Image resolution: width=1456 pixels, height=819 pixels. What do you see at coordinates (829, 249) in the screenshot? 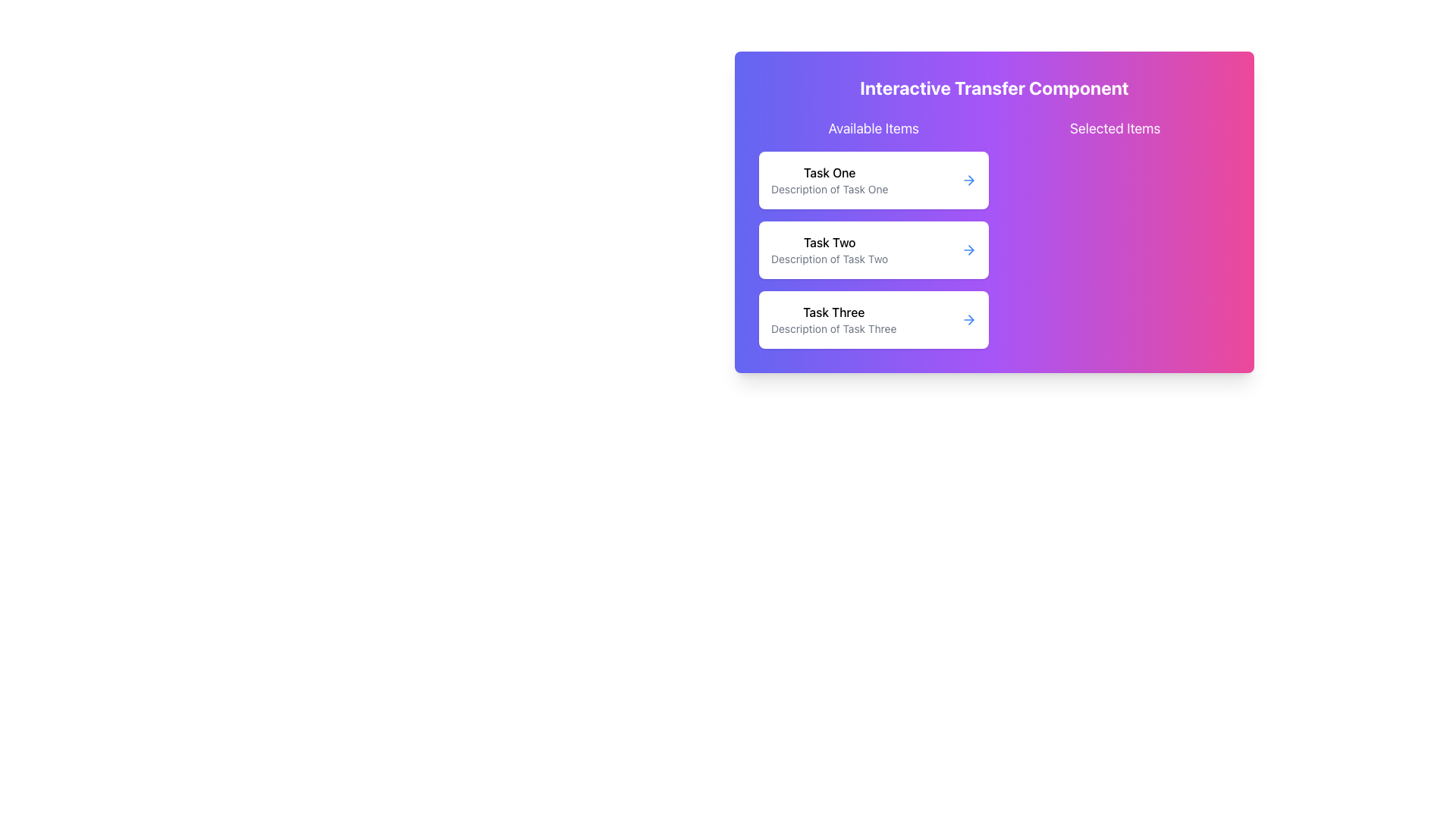
I see `the second item in the task list` at bounding box center [829, 249].